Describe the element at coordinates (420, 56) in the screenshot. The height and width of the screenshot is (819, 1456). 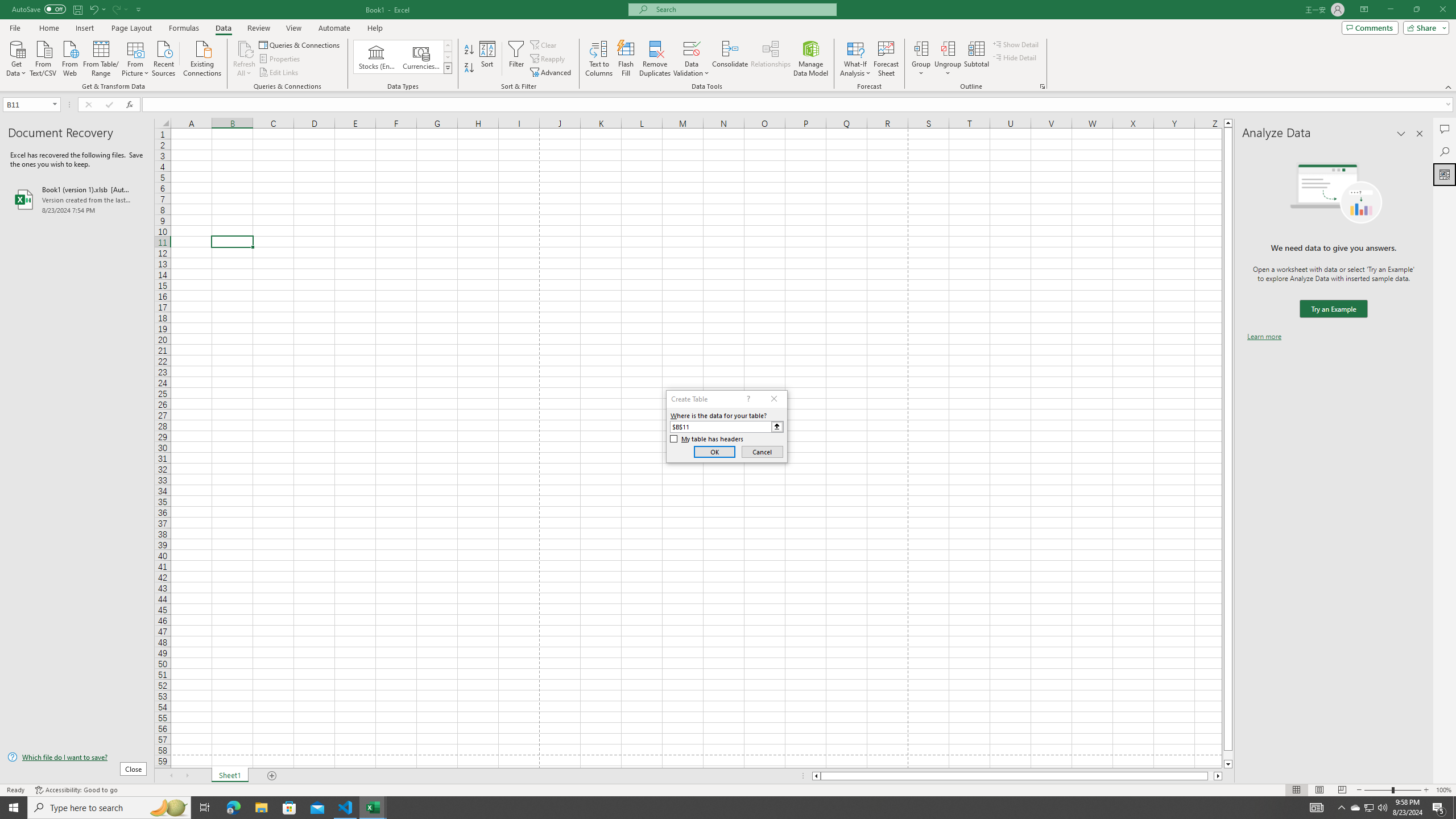
I see `'Currencies (English)'` at that location.